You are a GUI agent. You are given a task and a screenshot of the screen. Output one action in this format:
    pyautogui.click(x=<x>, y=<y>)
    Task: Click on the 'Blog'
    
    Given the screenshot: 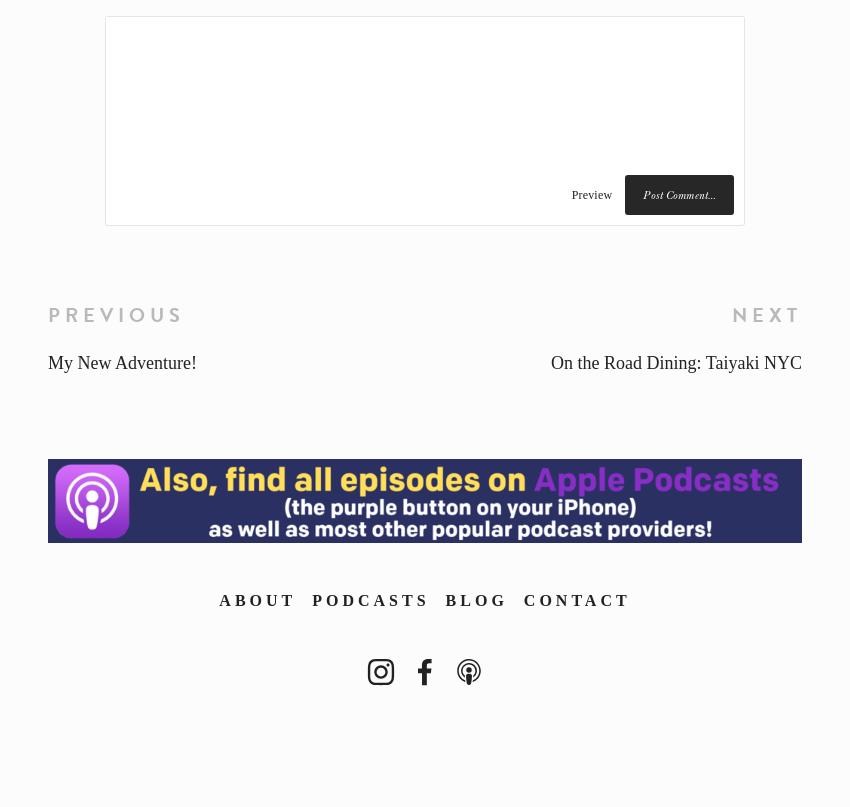 What is the action you would take?
    pyautogui.click(x=476, y=599)
    